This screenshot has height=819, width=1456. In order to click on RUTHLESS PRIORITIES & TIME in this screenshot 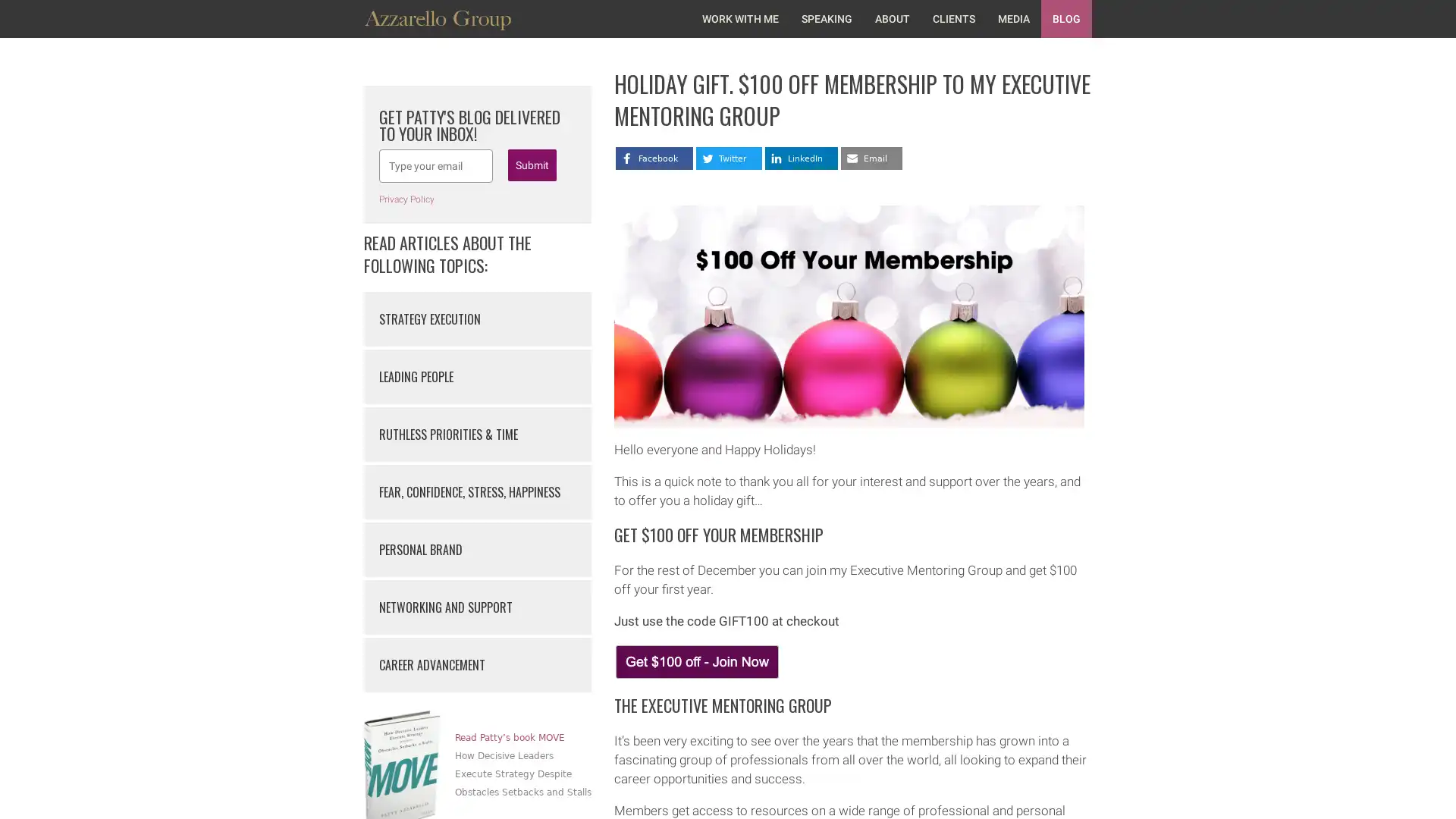, I will do `click(476, 435)`.